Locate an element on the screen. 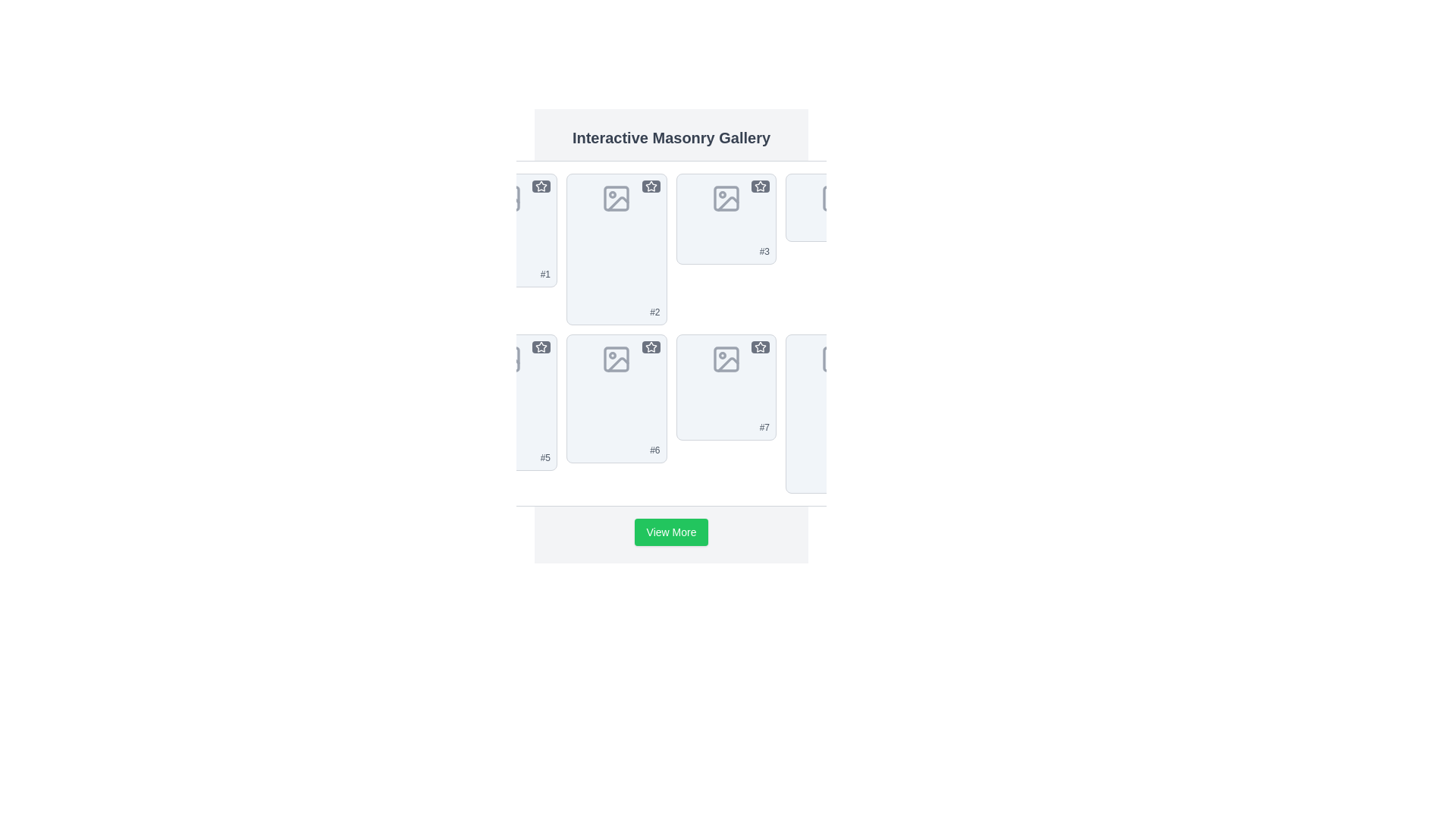 The image size is (1456, 819). the rectangular gray card with rounded corners and a light gray border that contains an ID number (#5) at the bottom-right is located at coordinates (507, 402).